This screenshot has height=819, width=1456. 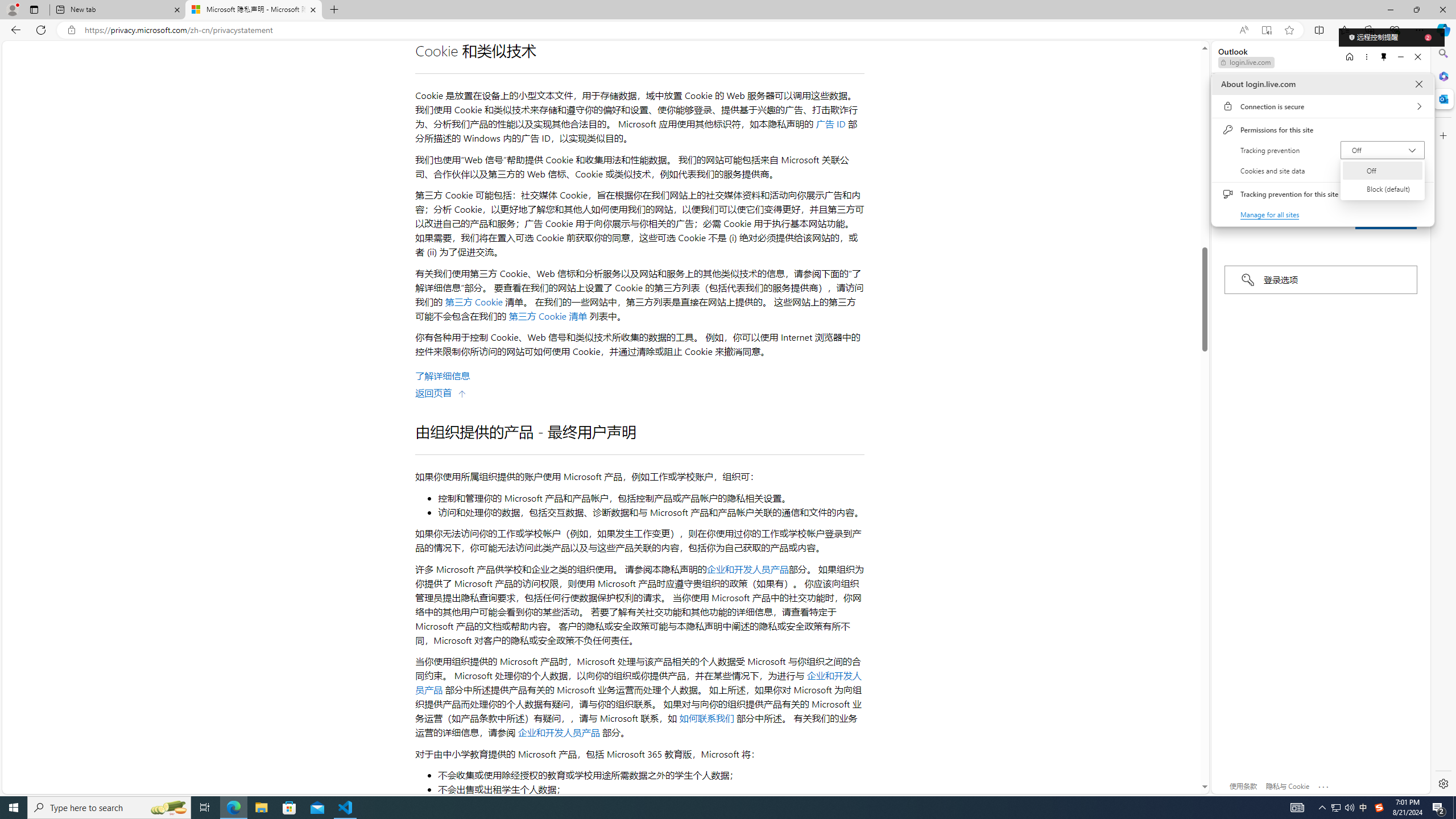 What do you see at coordinates (1454, 806) in the screenshot?
I see `'Show desktop'` at bounding box center [1454, 806].